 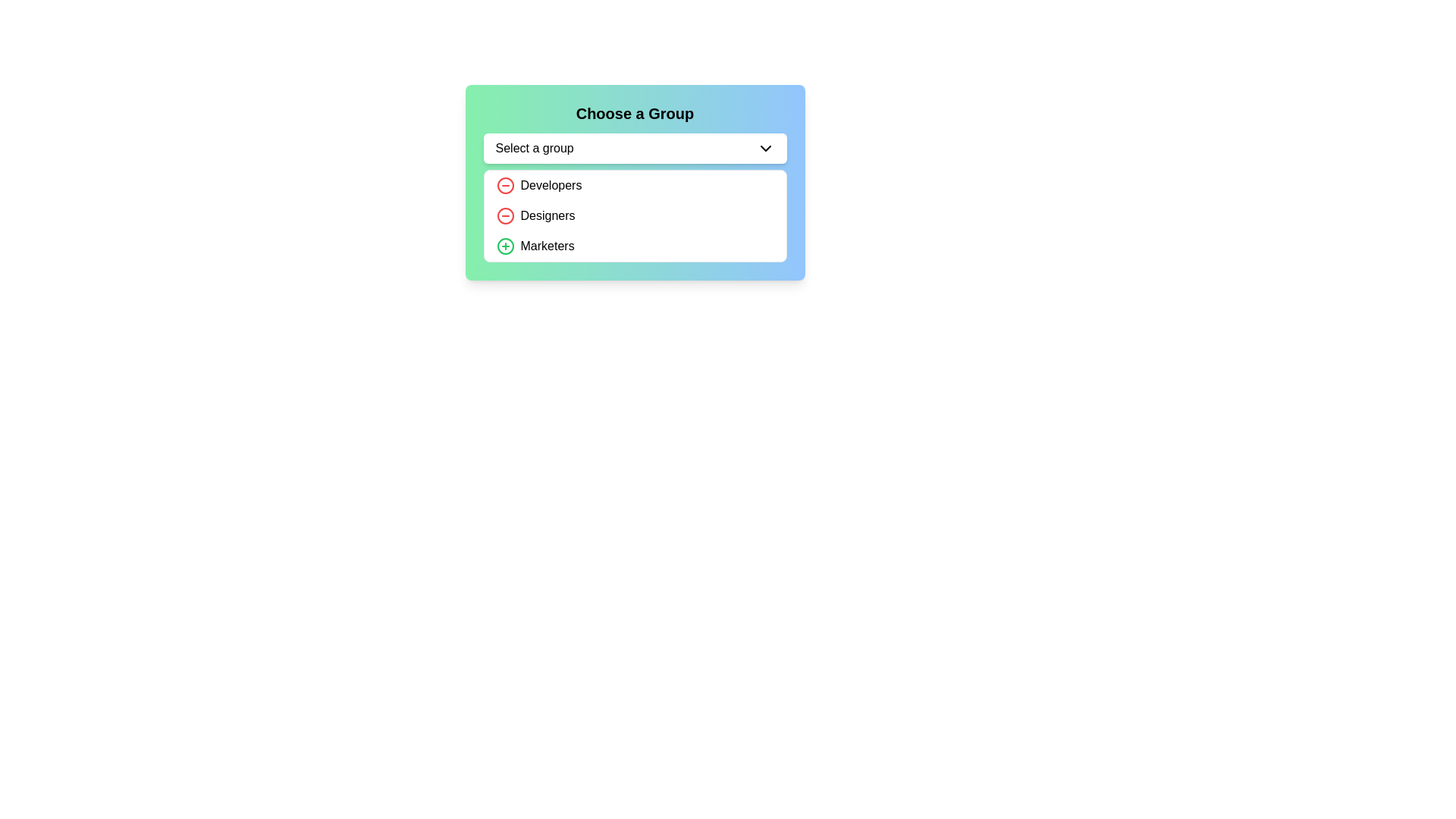 What do you see at coordinates (765, 149) in the screenshot?
I see `the SVG icon located to the right of the 'Select a group' label` at bounding box center [765, 149].